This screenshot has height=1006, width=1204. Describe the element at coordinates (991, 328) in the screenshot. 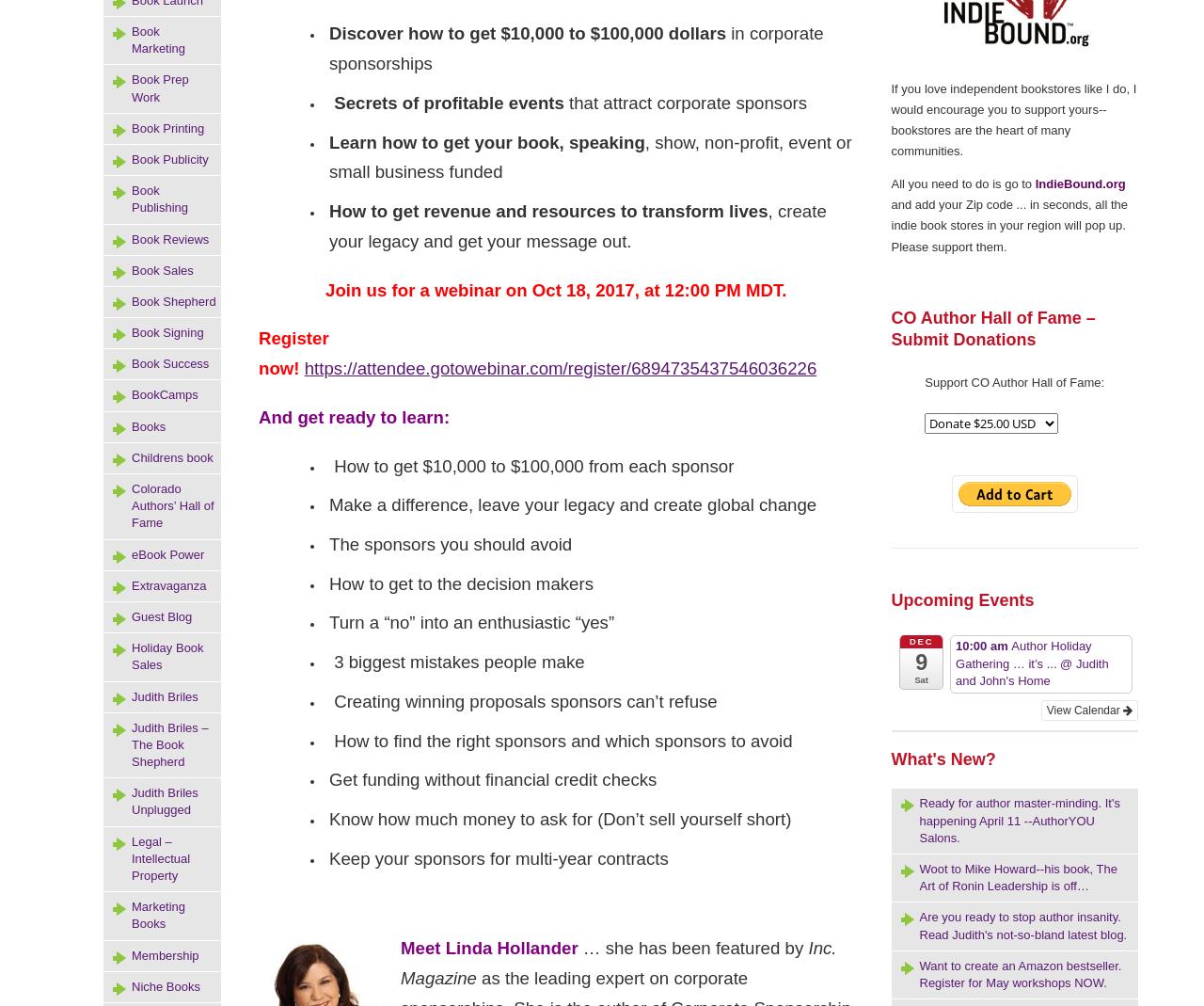

I see `'CO Author Hall of Fame – Submit Donations'` at that location.